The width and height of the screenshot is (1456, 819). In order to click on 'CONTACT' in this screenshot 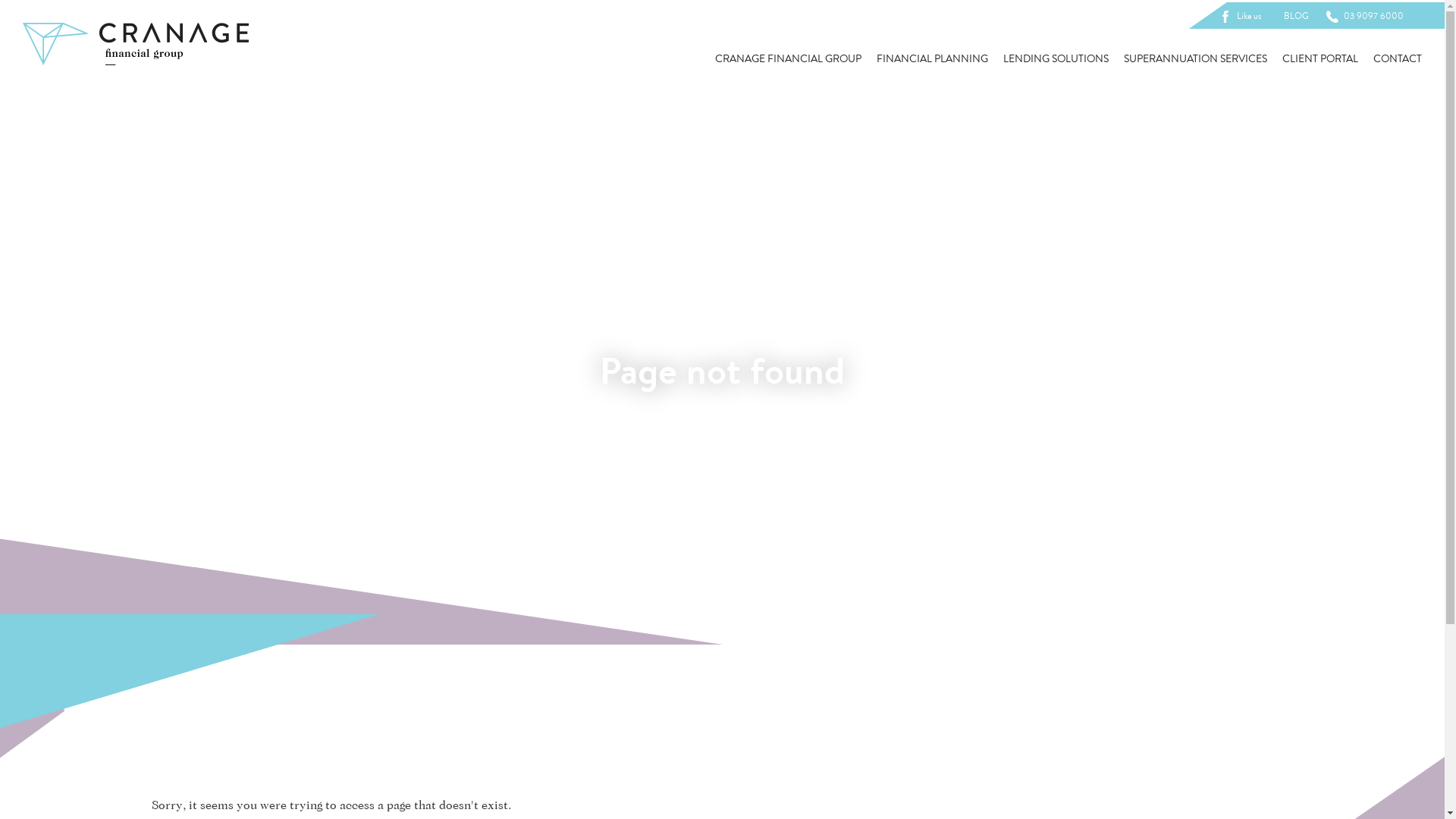, I will do `click(1373, 58)`.